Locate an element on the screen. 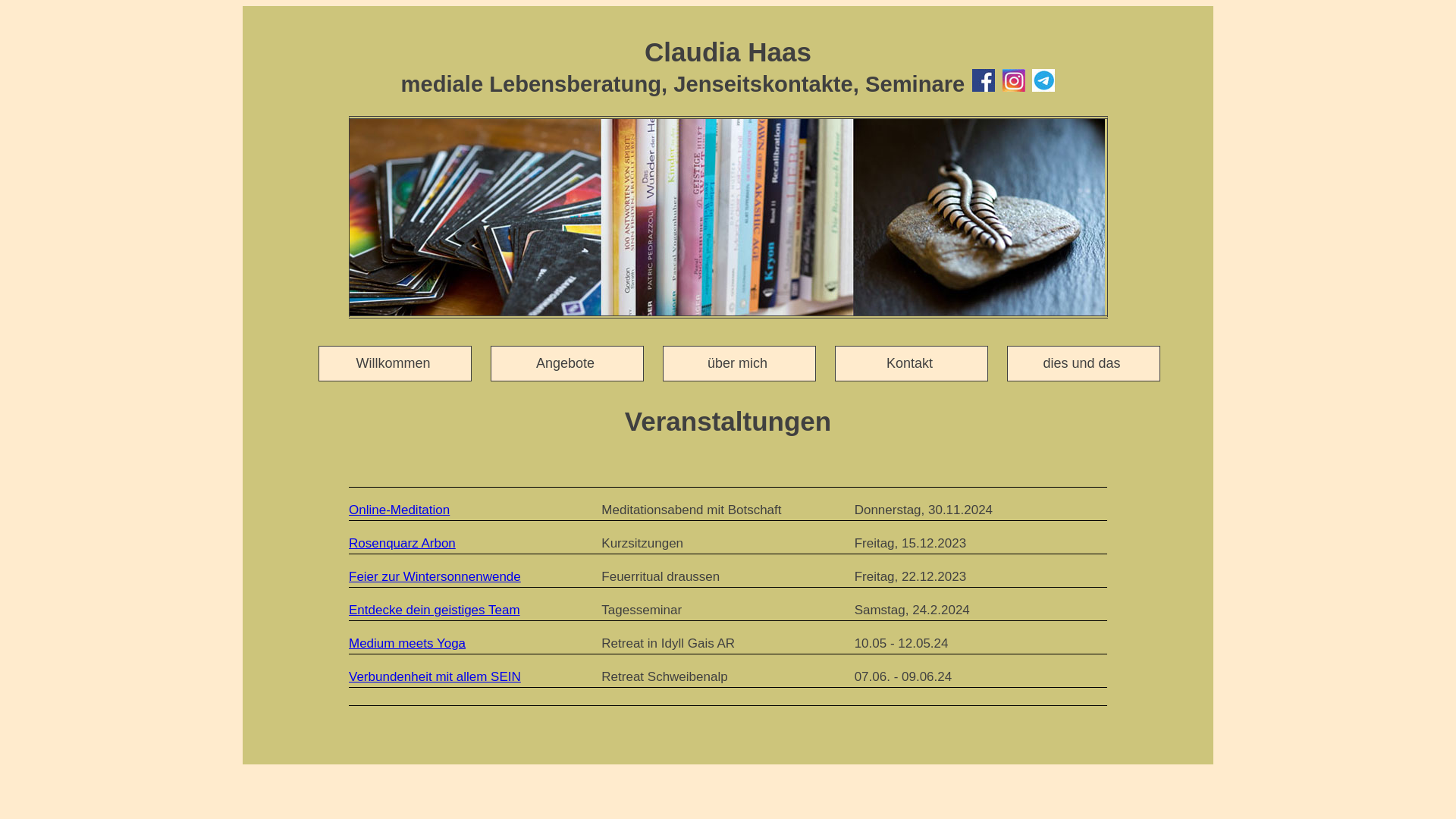 The height and width of the screenshot is (819, 1456). 'Willkommen ' is located at coordinates (318, 363).